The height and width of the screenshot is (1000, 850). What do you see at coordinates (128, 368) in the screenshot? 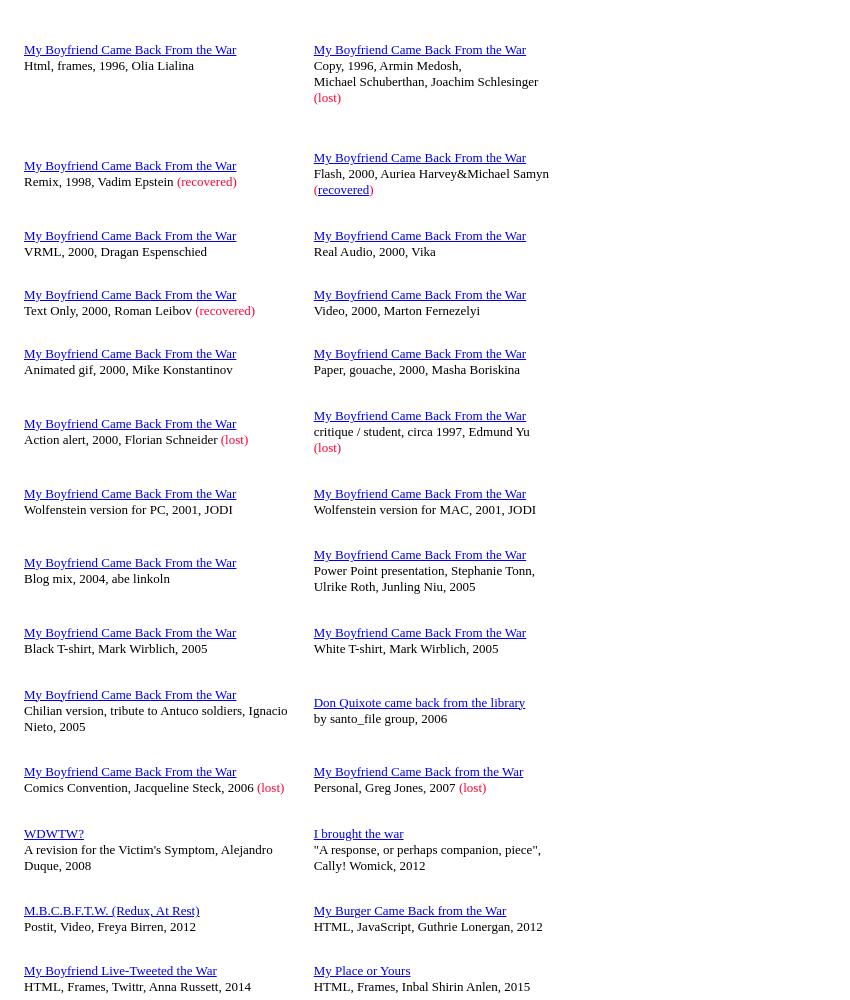
I see `'Animated gif, 2000, Mike Konstantinov'` at bounding box center [128, 368].